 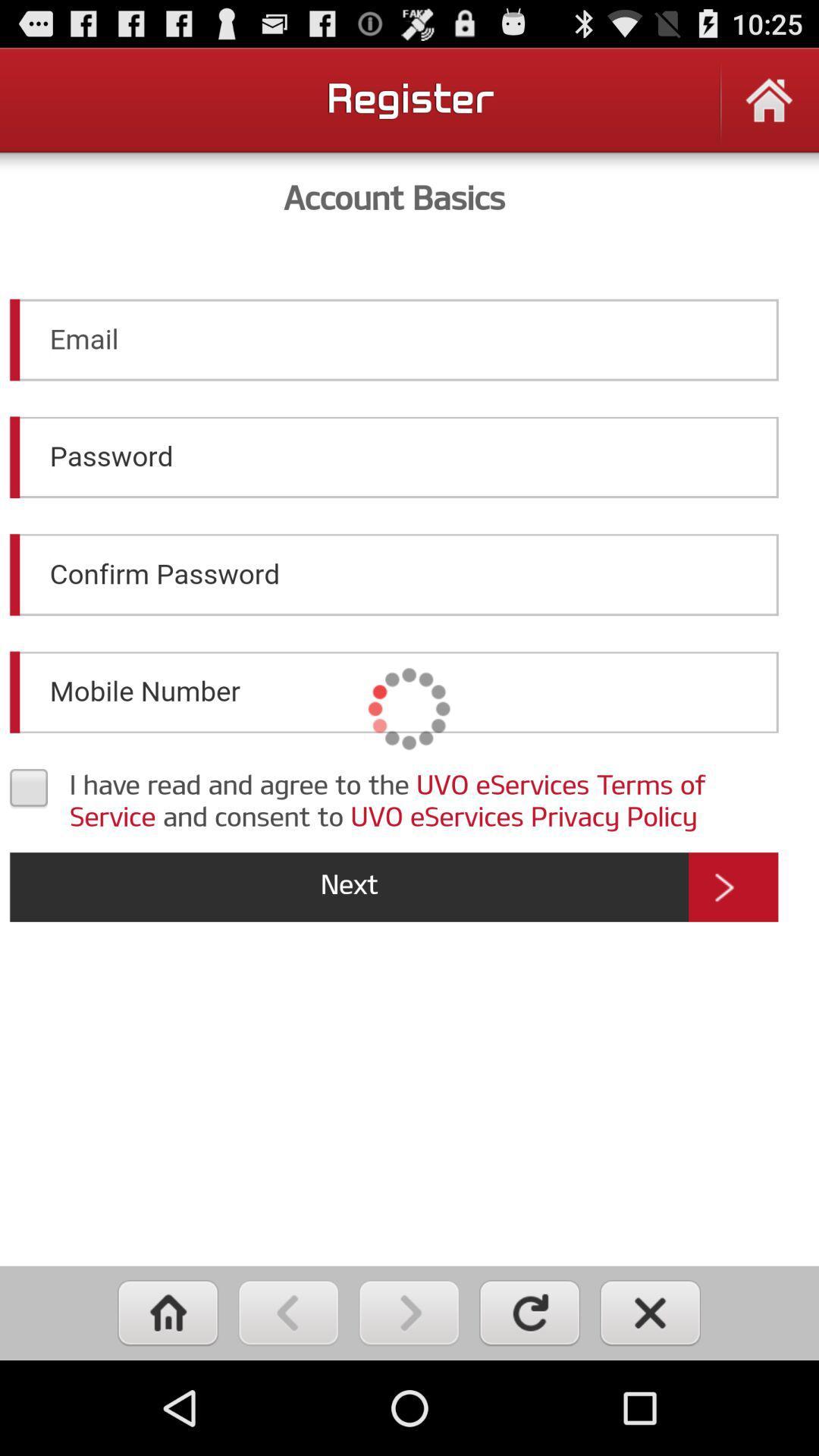 I want to click on back option, so click(x=288, y=1312).